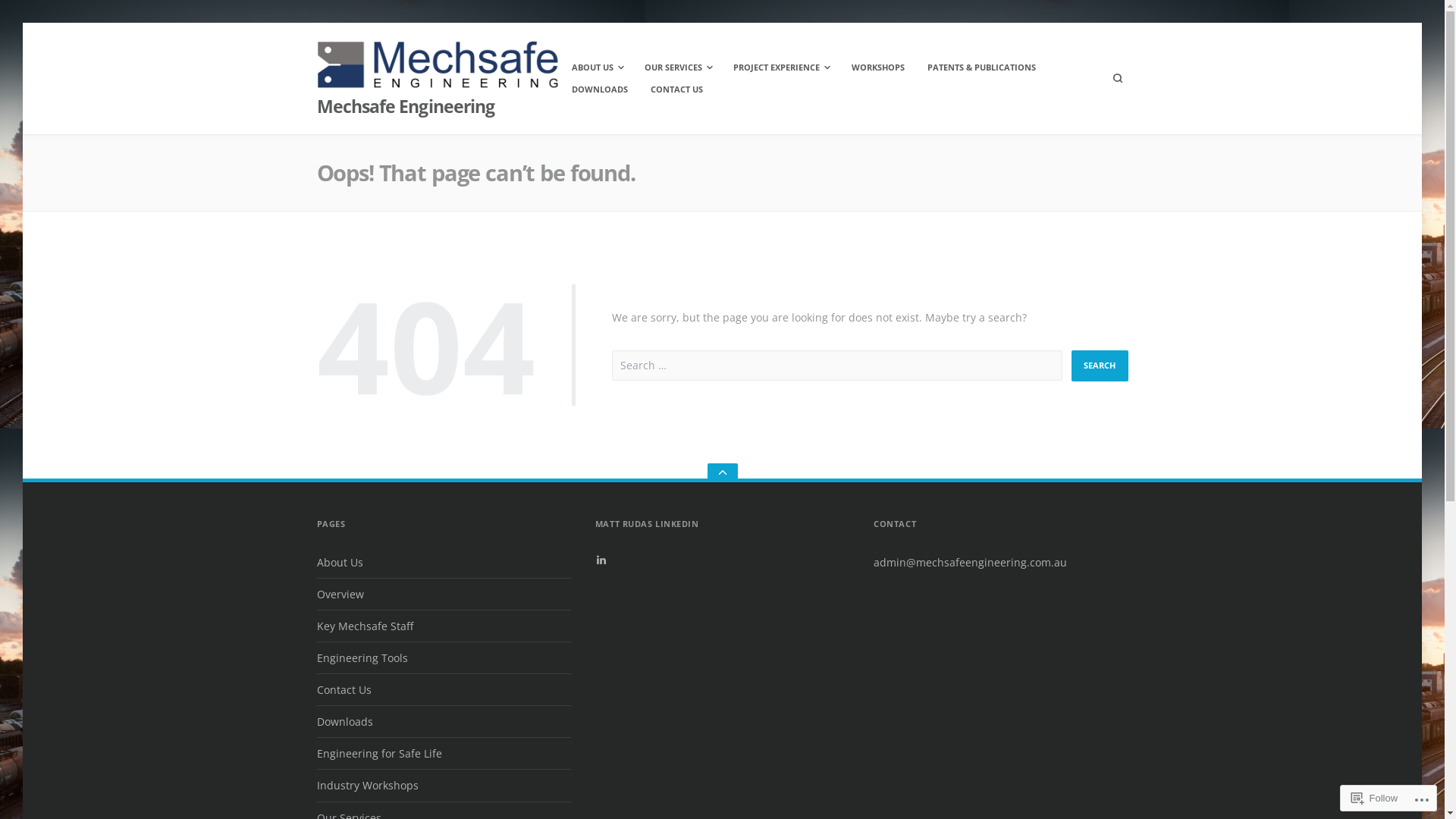  Describe the element at coordinates (596, 66) in the screenshot. I see `'ABOUT US'` at that location.